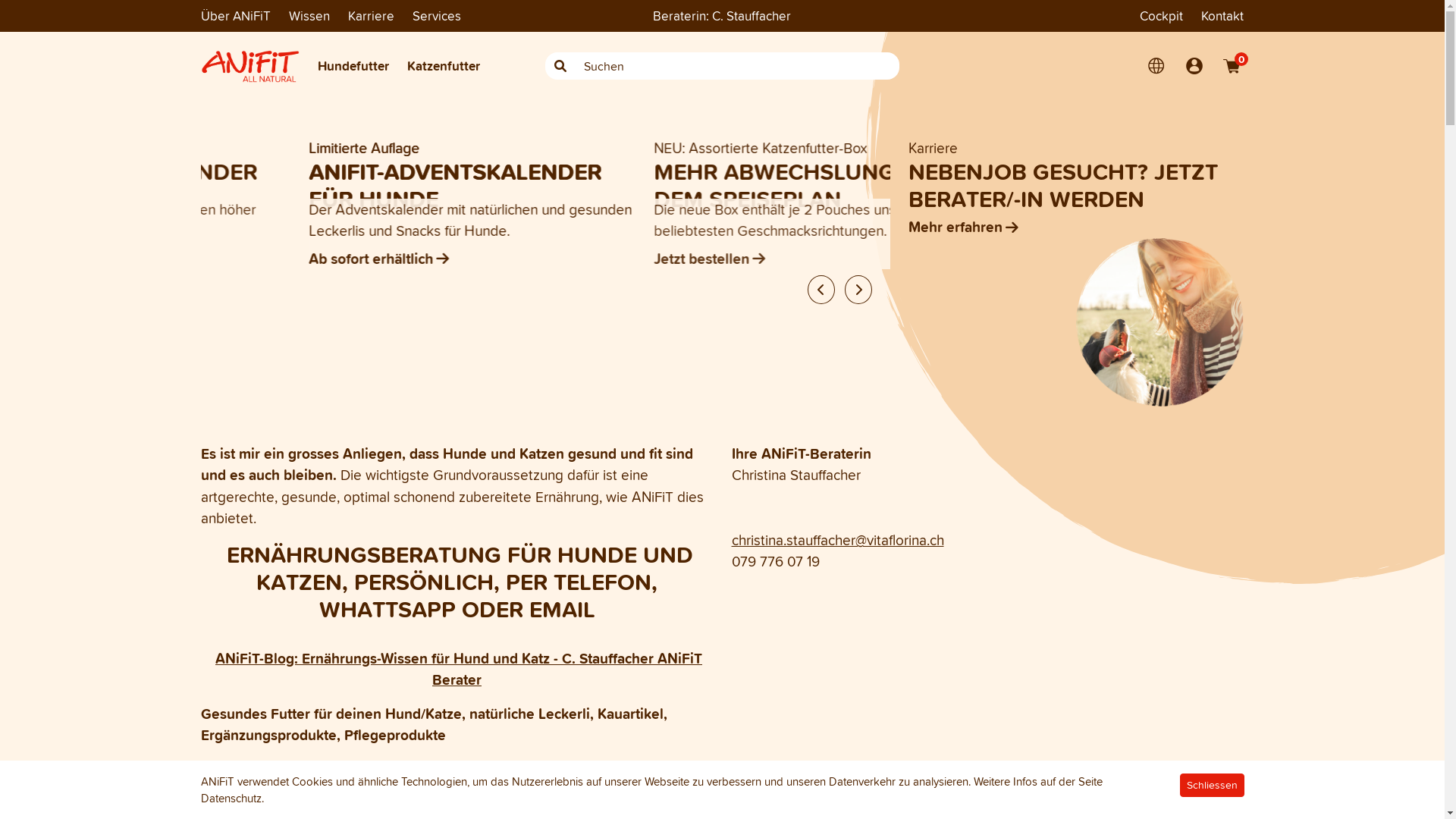  Describe the element at coordinates (1231, 65) in the screenshot. I see `'0'` at that location.